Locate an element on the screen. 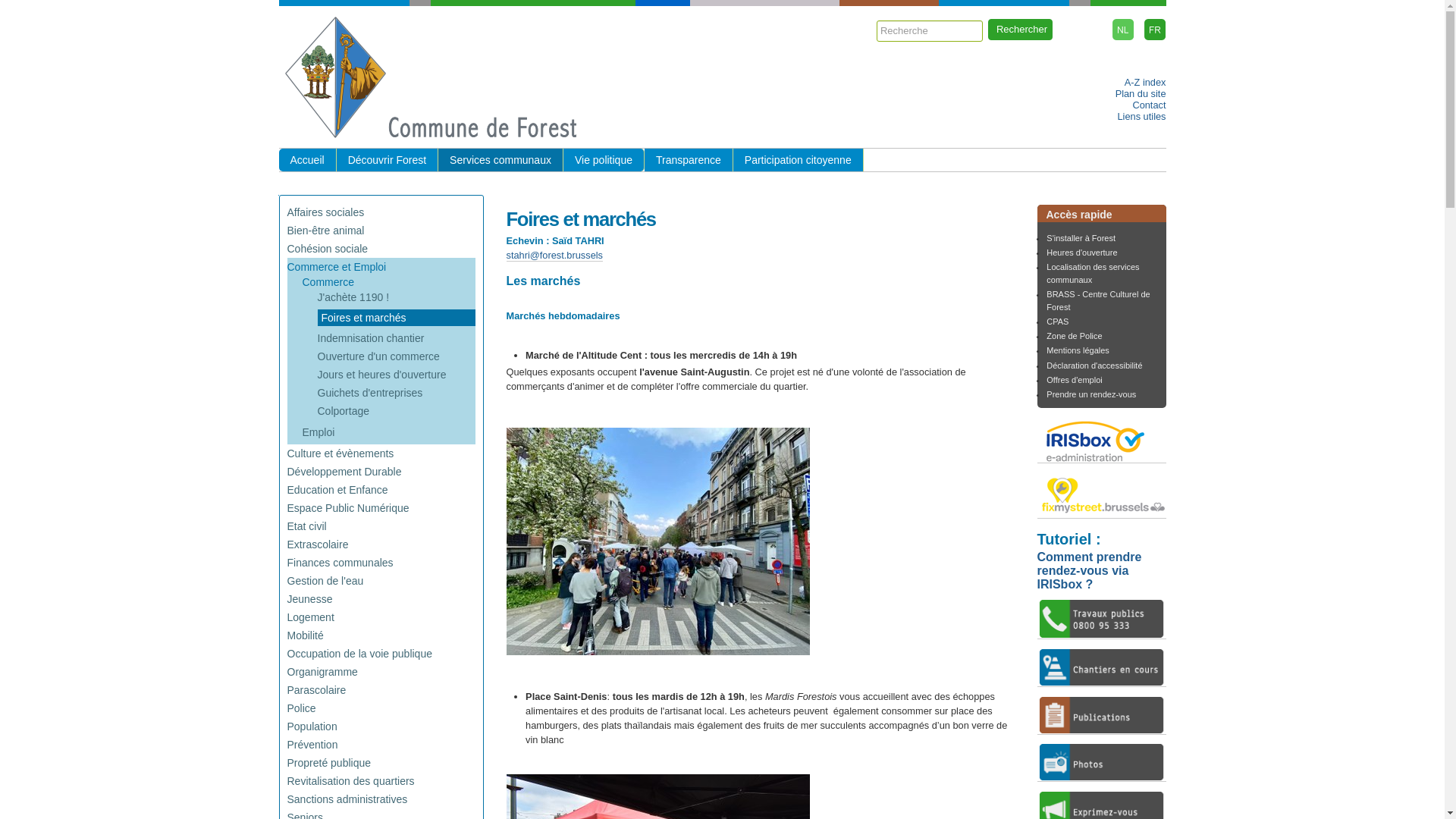  'Gestion de l'eau' is located at coordinates (324, 580).